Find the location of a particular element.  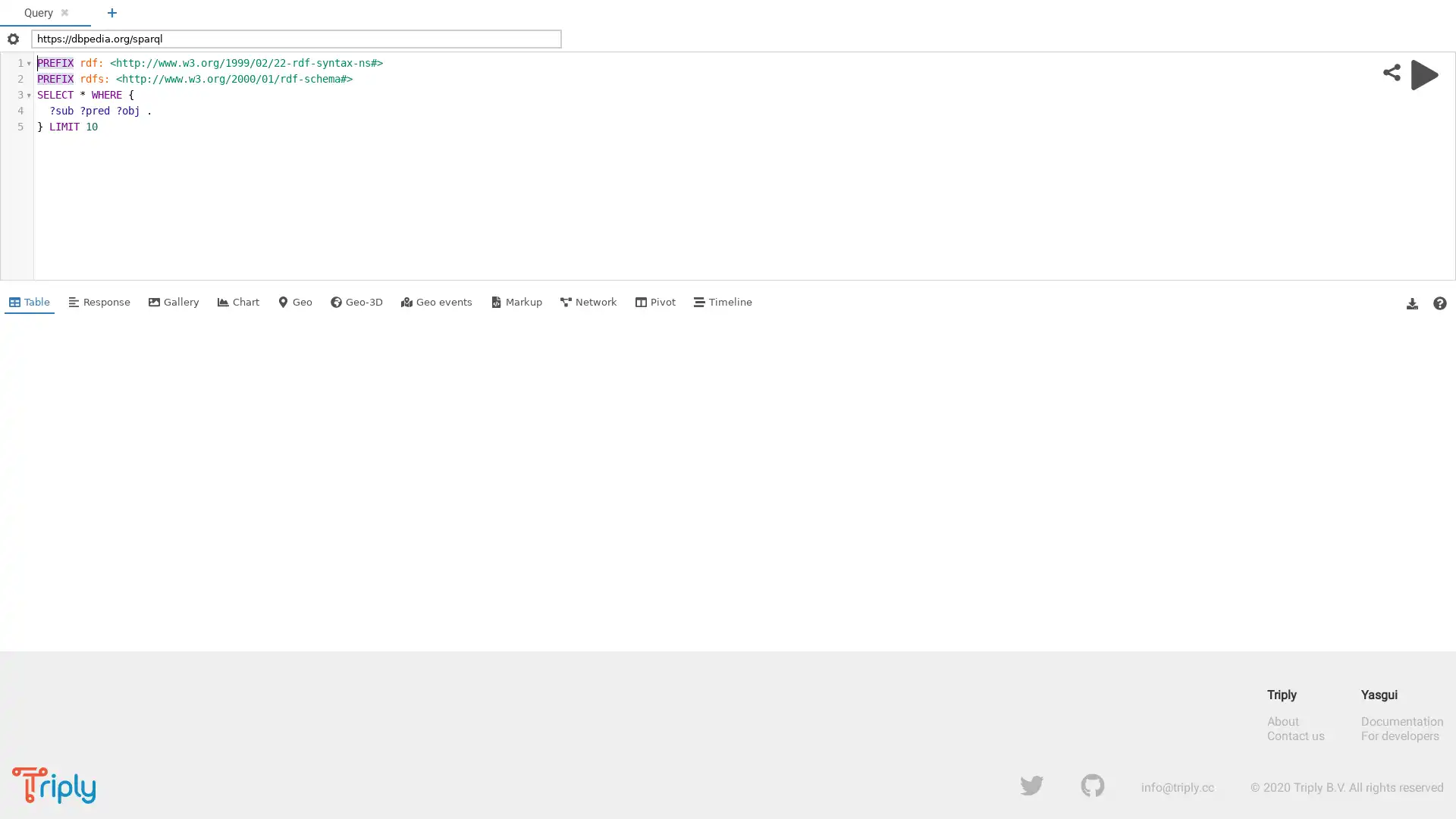

Shows Chart view is located at coordinates (237, 303).